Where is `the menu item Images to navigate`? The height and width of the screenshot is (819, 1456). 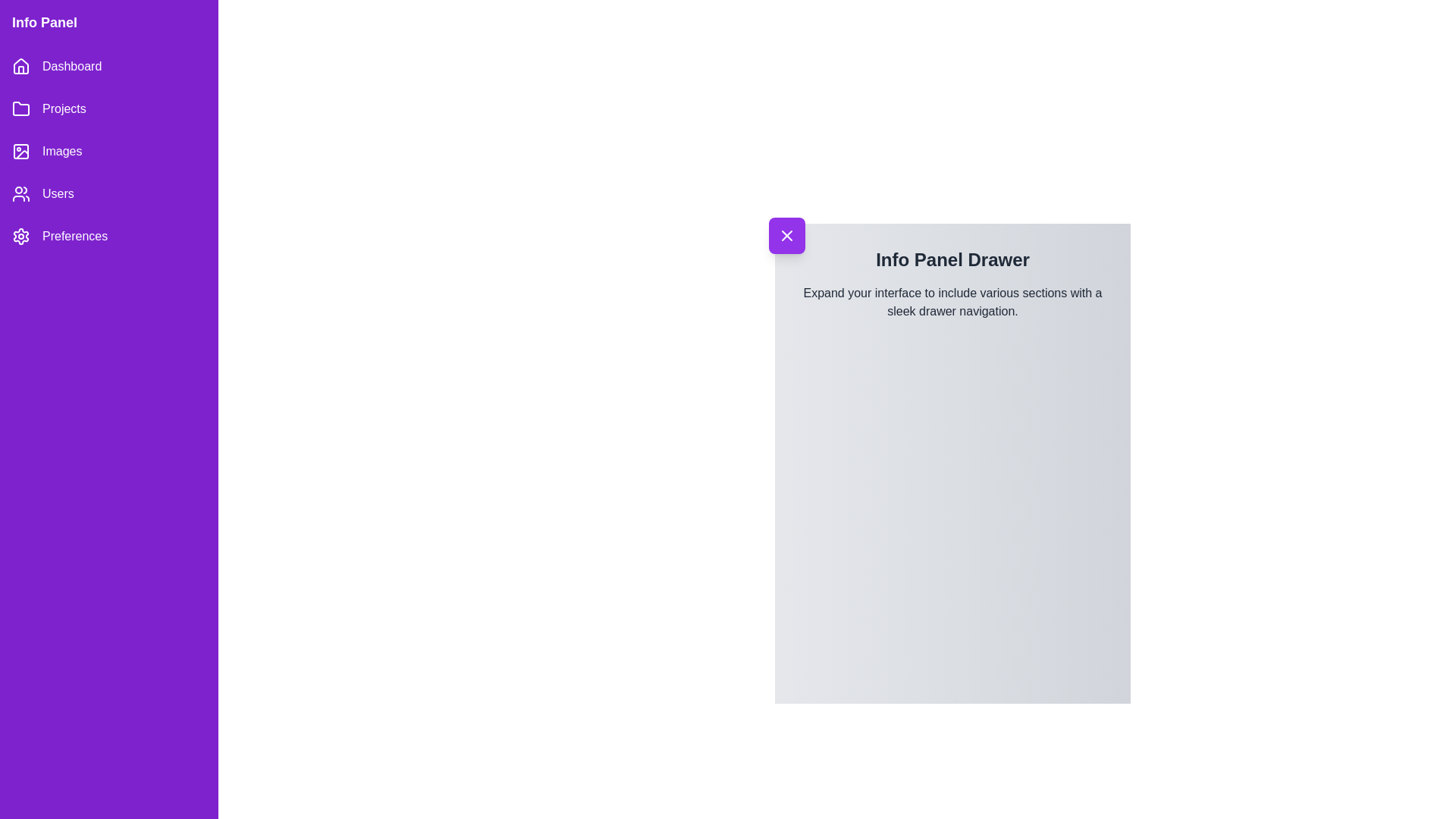
the menu item Images to navigate is located at coordinates (108, 152).